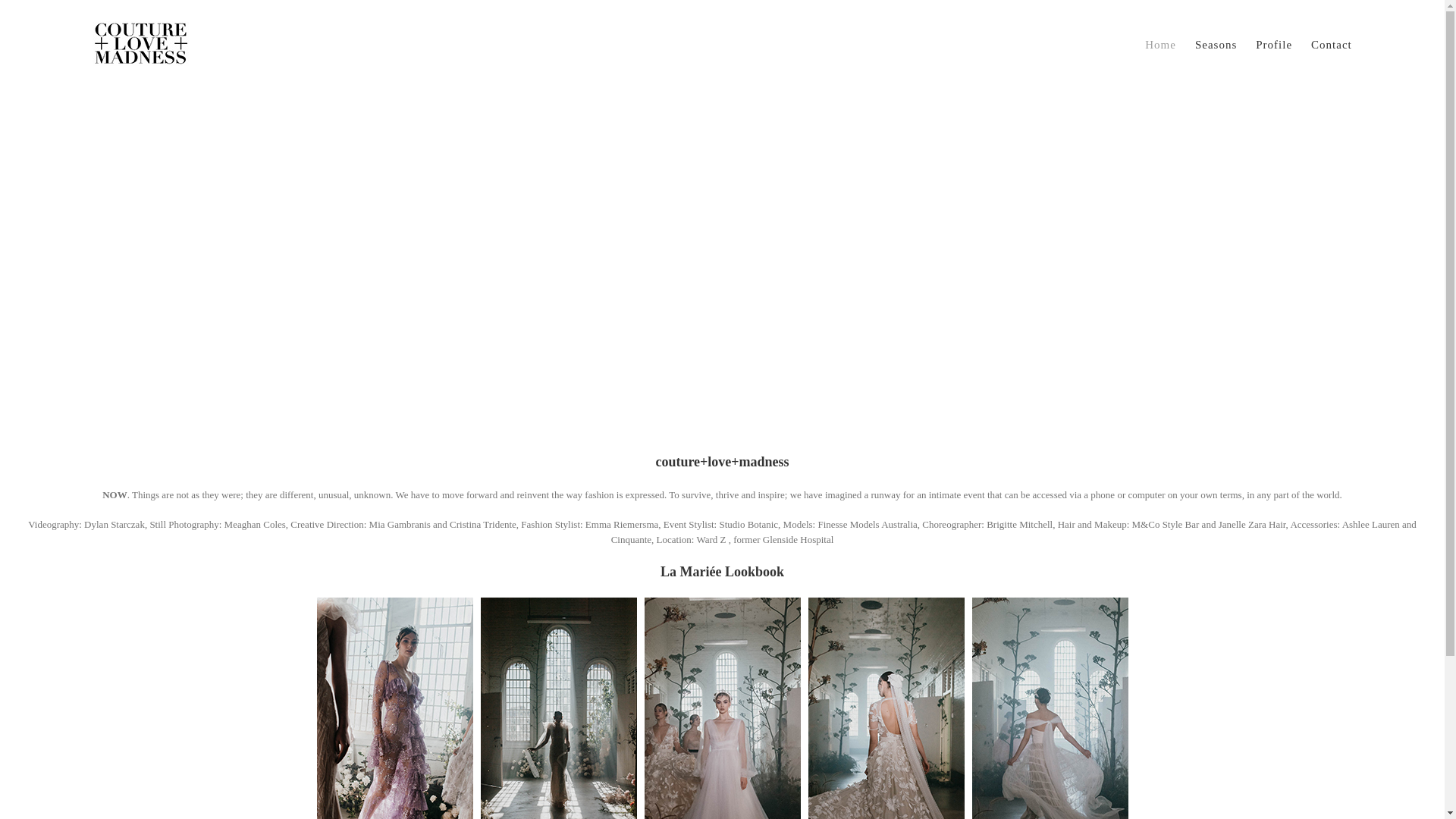 This screenshot has height=819, width=1456. I want to click on 'Profile', so click(1274, 44).